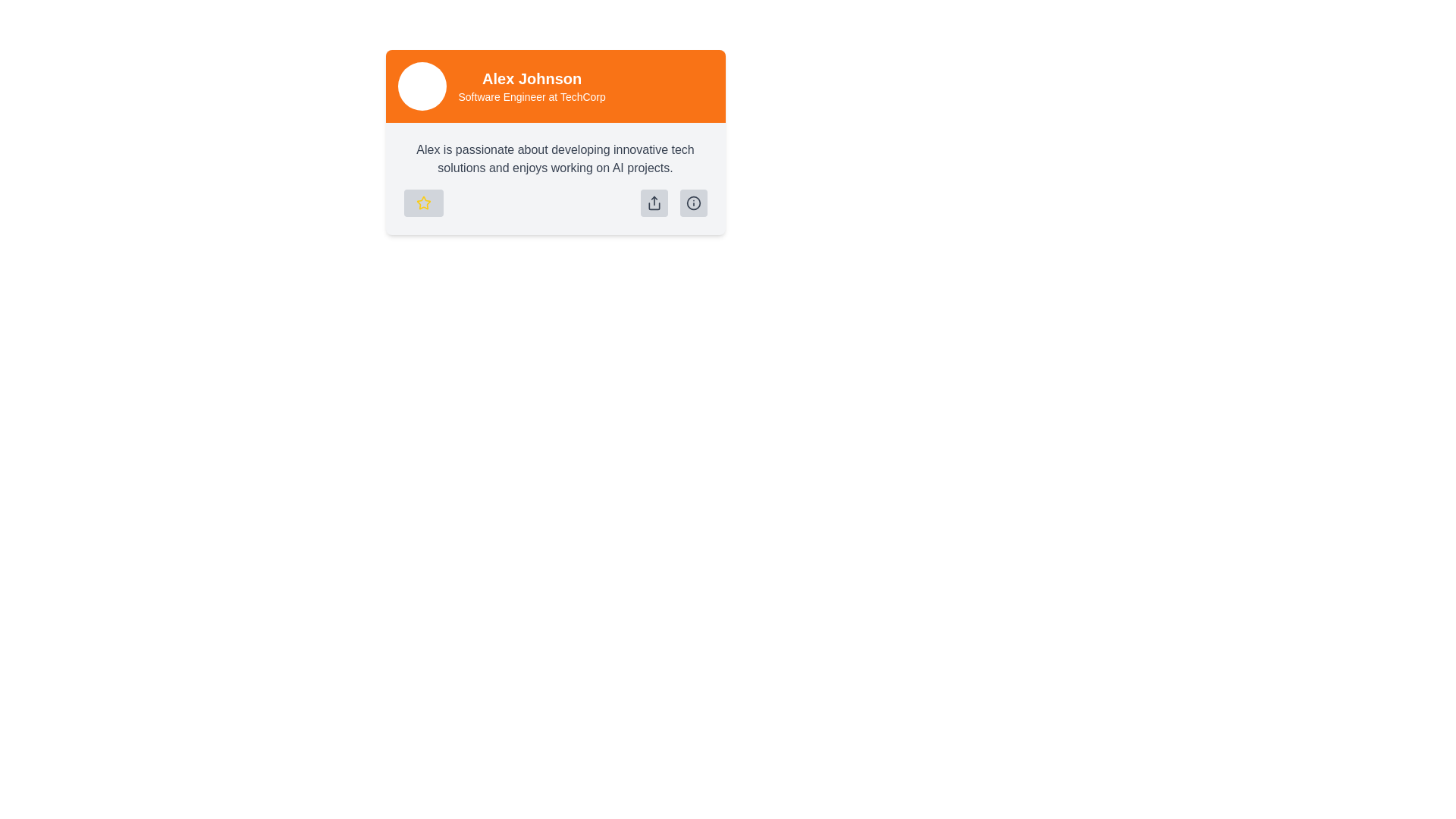 Image resolution: width=1456 pixels, height=819 pixels. What do you see at coordinates (654, 202) in the screenshot?
I see `the 'Share' icon located between the star icon and the information icon at the bottom of the card component` at bounding box center [654, 202].